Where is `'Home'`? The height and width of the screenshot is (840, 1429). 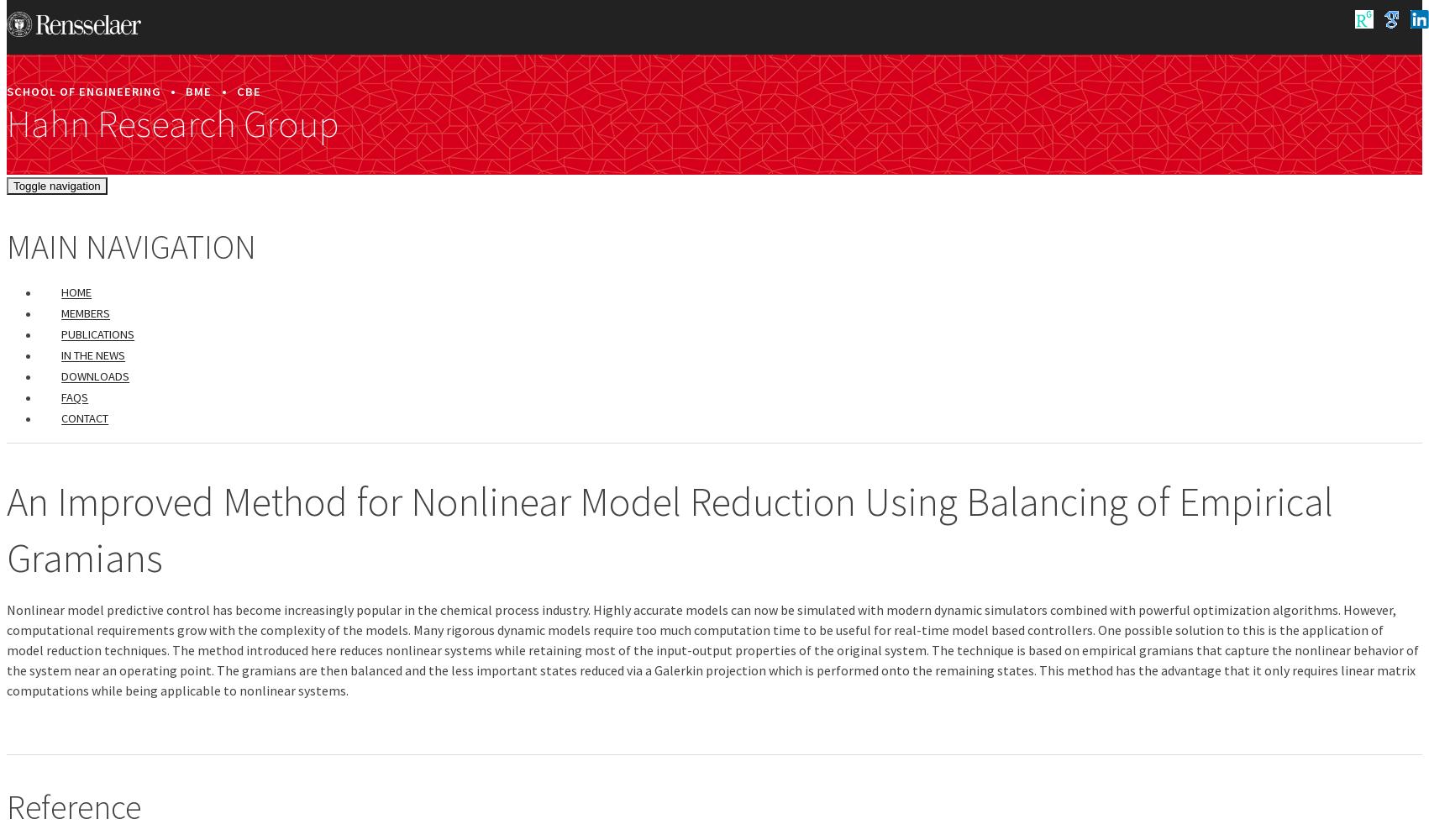
'Home' is located at coordinates (76, 291).